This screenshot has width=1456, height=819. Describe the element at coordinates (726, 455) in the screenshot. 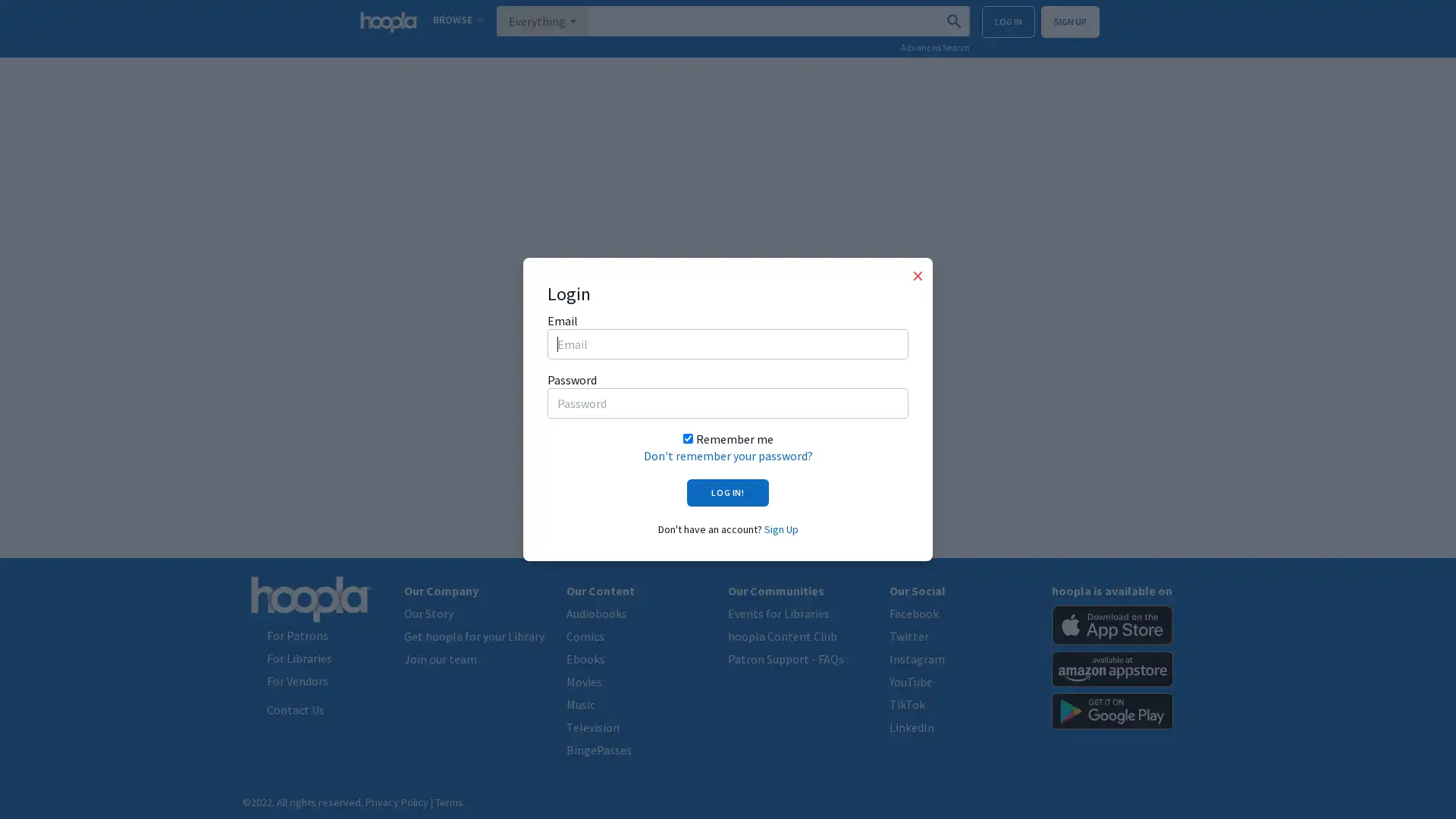

I see `Don't remember your password?` at that location.